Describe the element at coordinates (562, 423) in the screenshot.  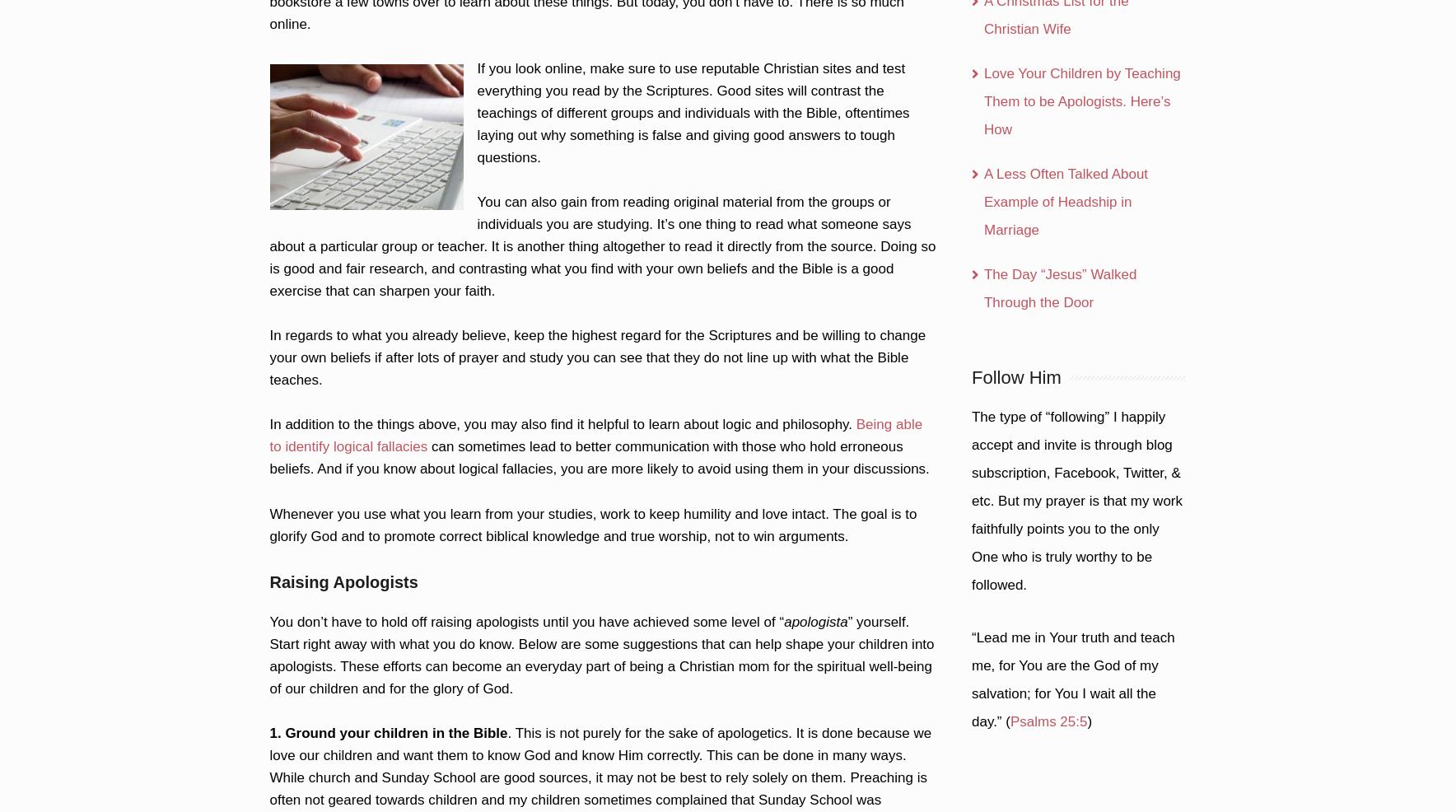
I see `'In addition to the things above, you may also find it helpful to learn about logic and philosophy.'` at that location.